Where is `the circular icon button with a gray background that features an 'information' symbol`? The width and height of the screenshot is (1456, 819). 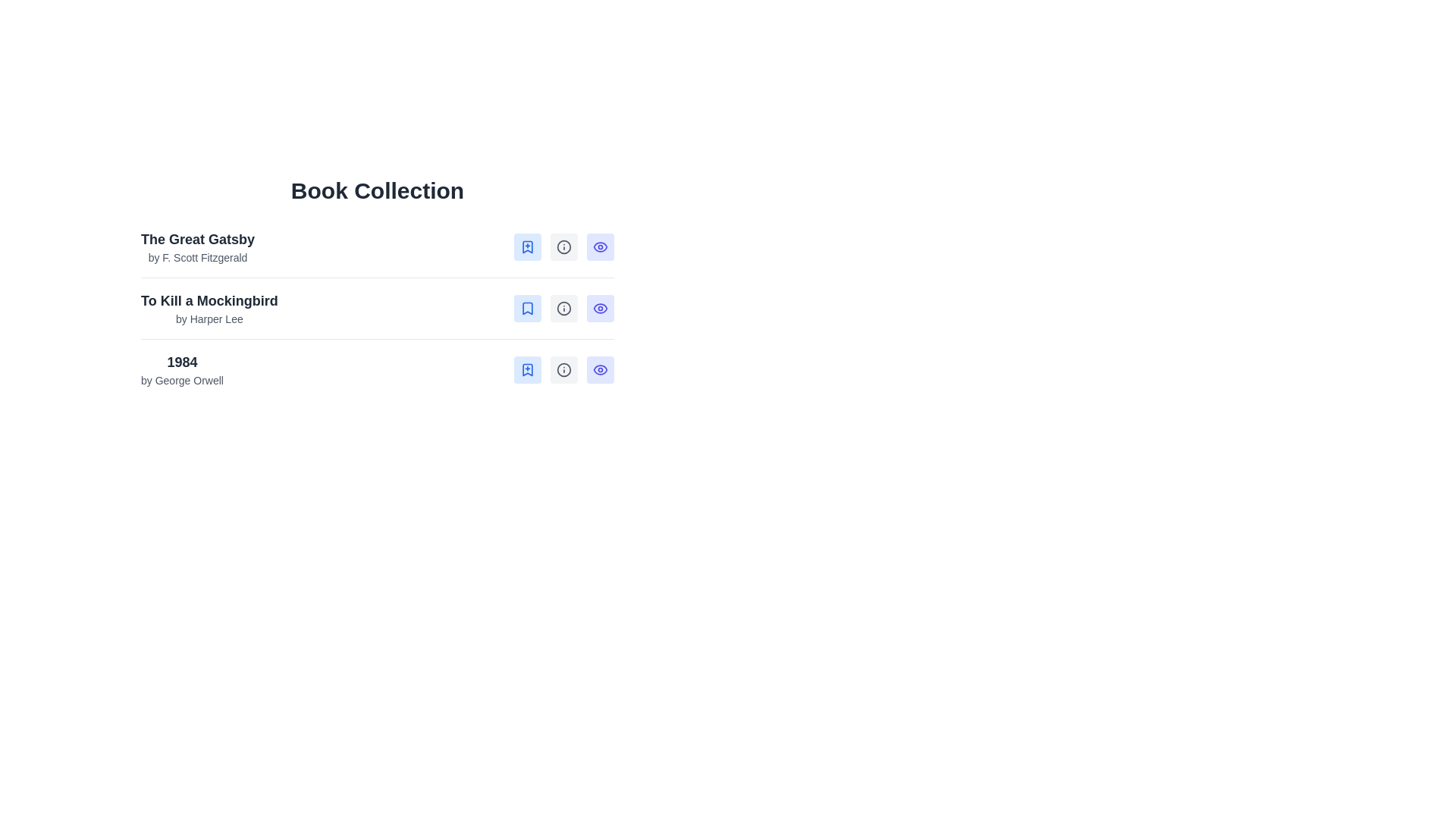 the circular icon button with a gray background that features an 'information' symbol is located at coordinates (563, 308).